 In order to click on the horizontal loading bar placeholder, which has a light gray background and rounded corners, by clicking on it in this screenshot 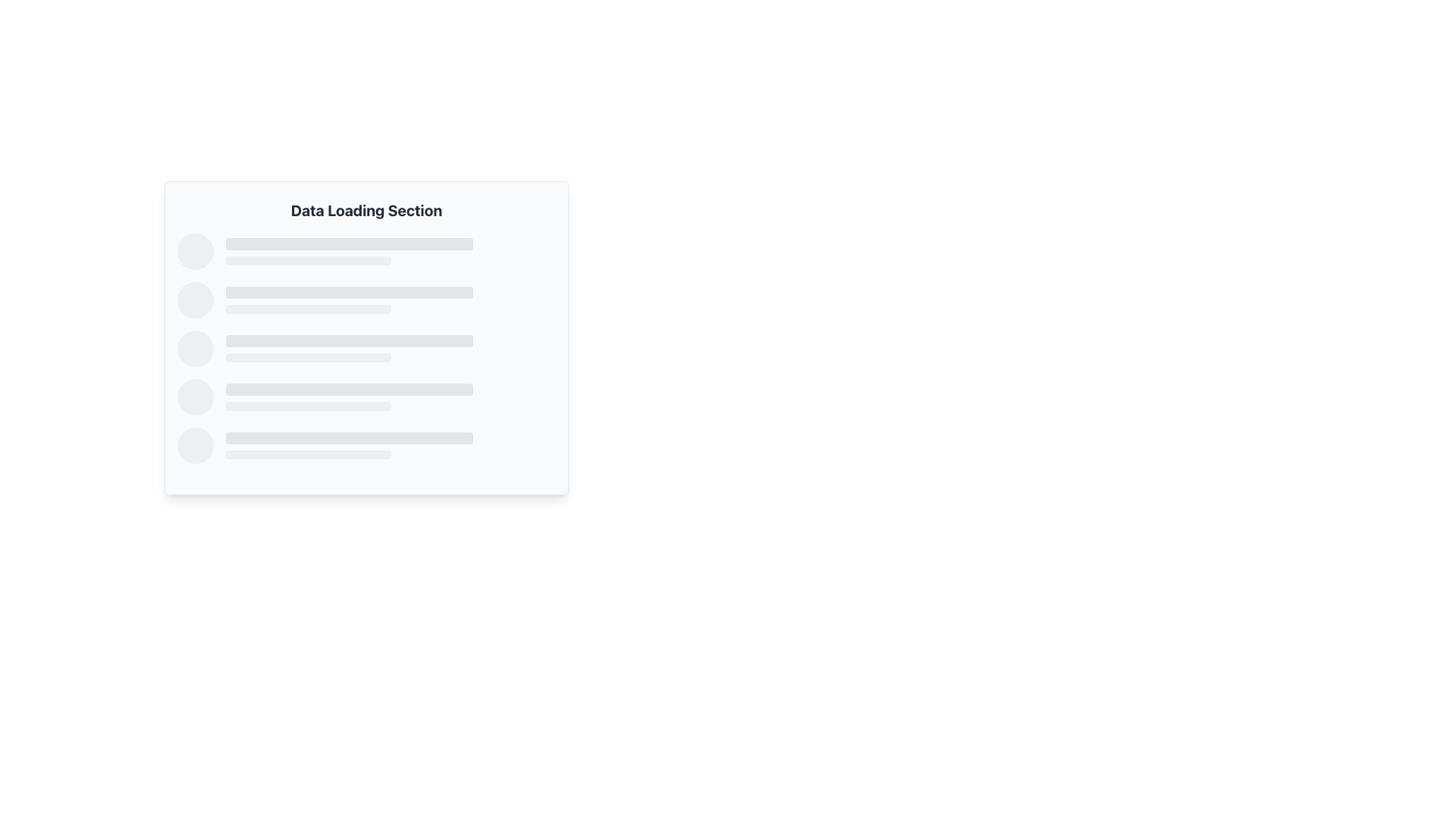, I will do `click(349, 292)`.